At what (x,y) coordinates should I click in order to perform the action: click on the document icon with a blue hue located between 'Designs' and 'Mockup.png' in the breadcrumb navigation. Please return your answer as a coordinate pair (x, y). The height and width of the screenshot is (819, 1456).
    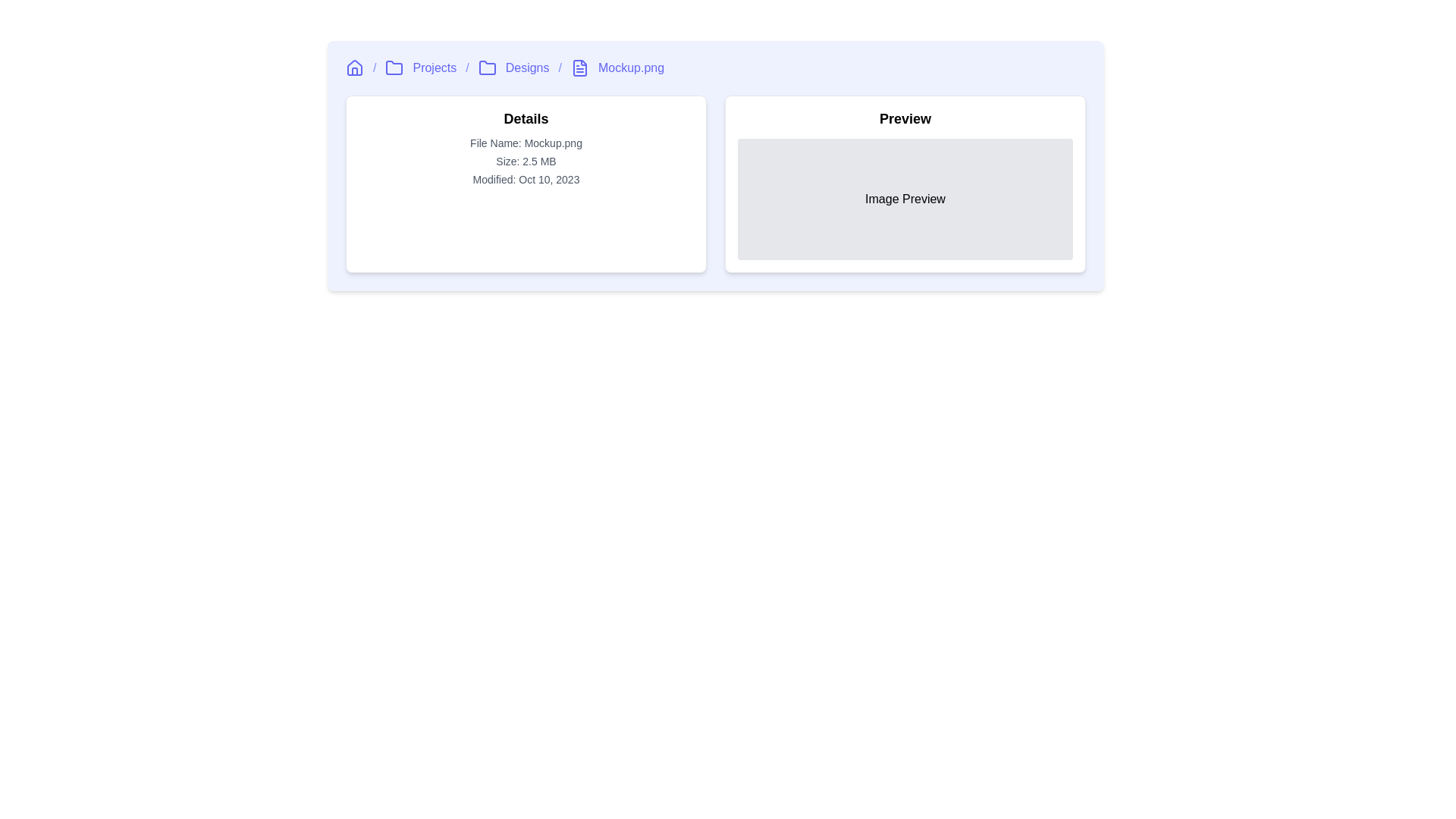
    Looking at the image, I should click on (579, 67).